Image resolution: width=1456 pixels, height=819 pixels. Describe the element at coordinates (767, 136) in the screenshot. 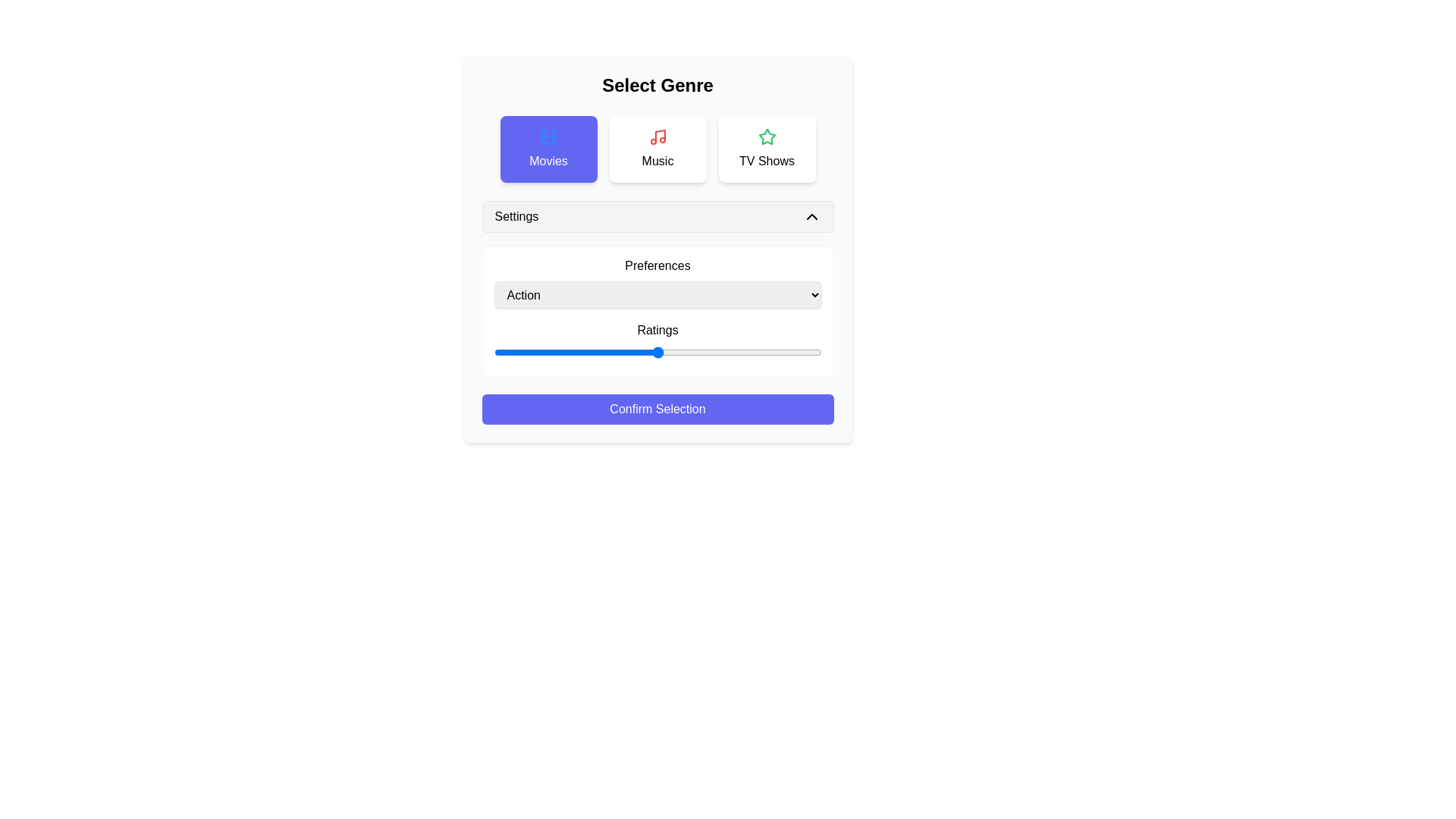

I see `the decorative icon associated with the 'TV Shows' option located in the top right section of the 'Select Genre' modal` at that location.